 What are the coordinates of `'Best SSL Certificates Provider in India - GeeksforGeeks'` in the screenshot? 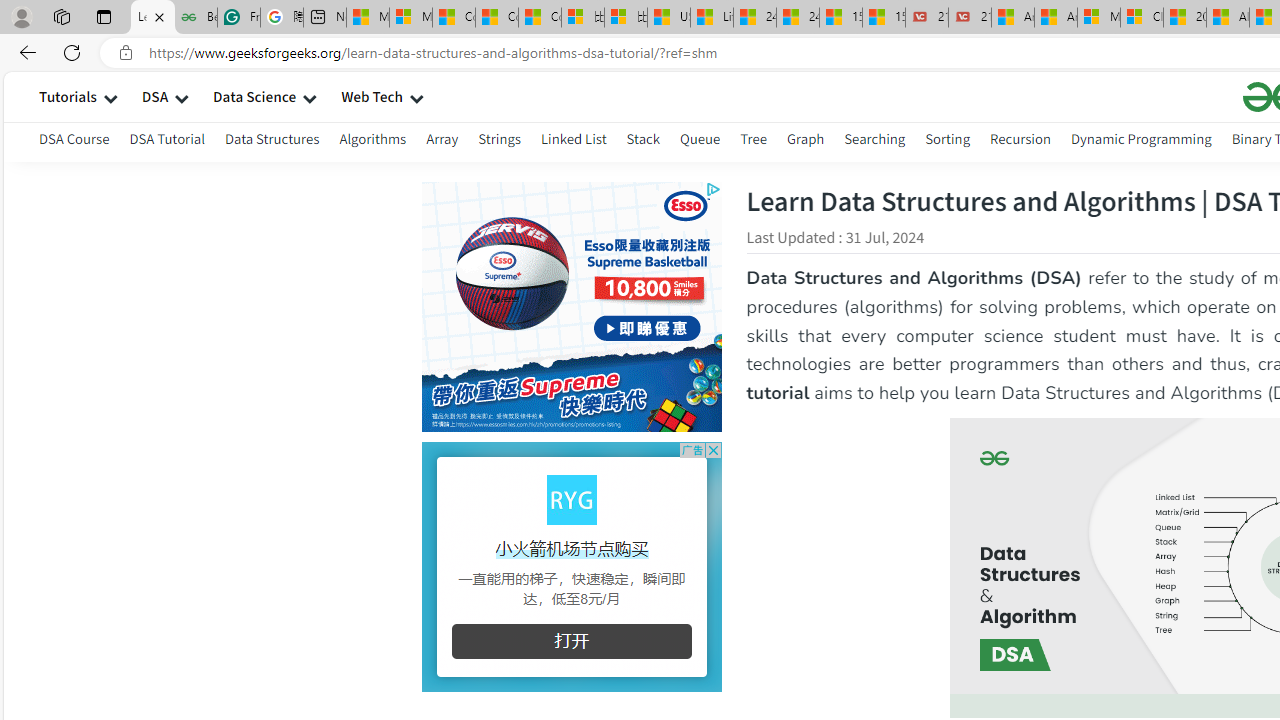 It's located at (196, 17).